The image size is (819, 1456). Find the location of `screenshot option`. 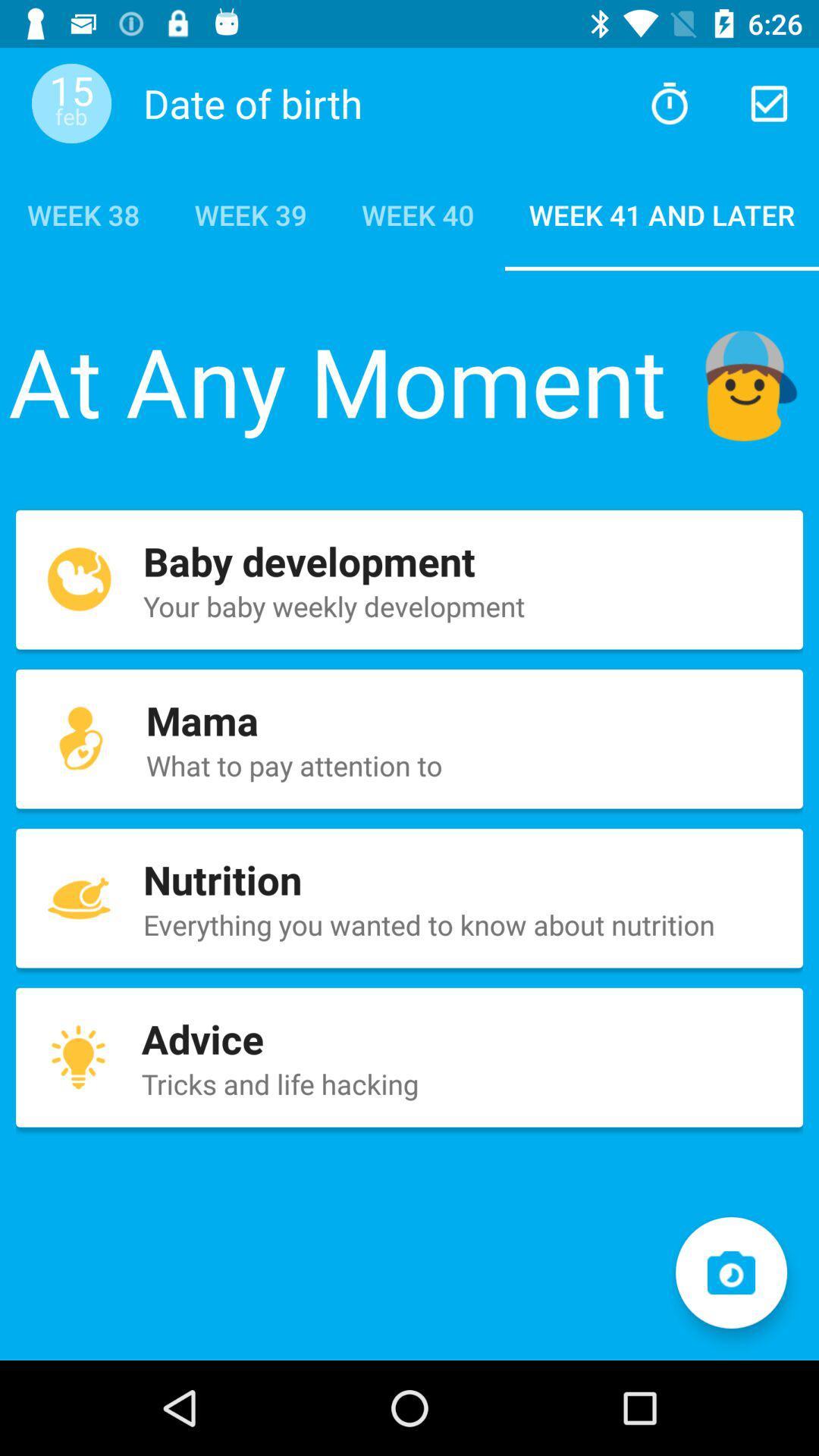

screenshot option is located at coordinates (730, 1272).